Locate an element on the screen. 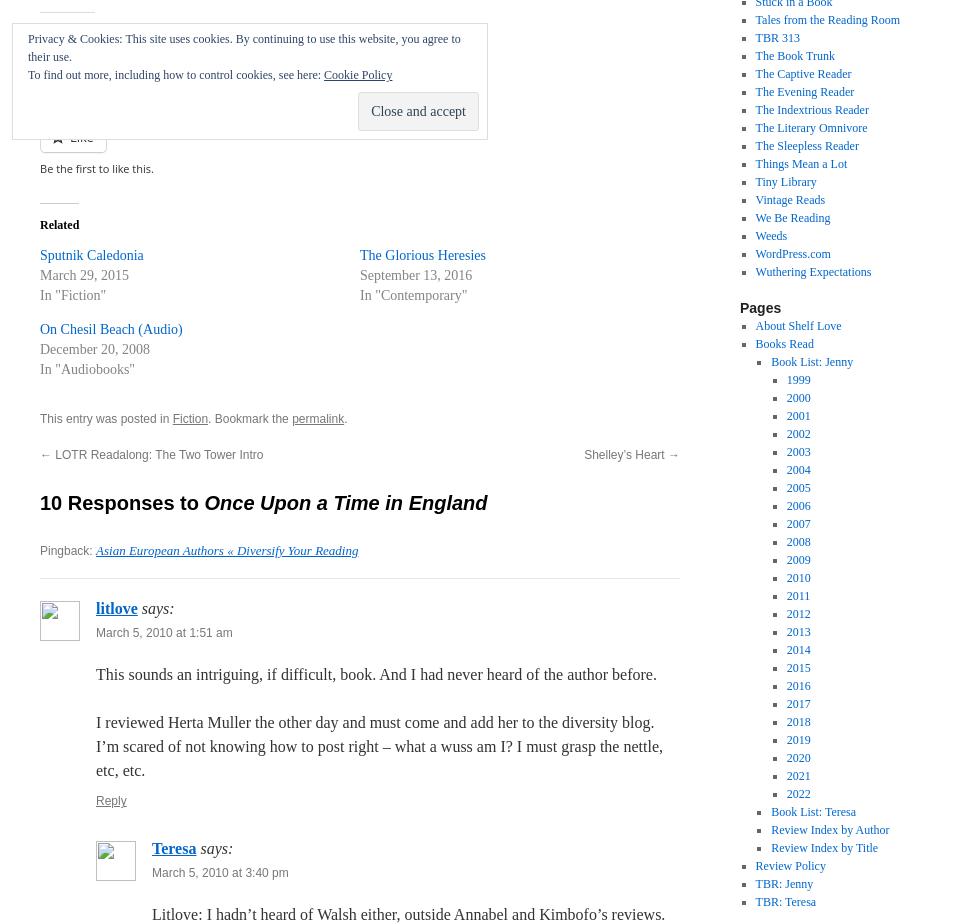  'Teresa' is located at coordinates (151, 848).